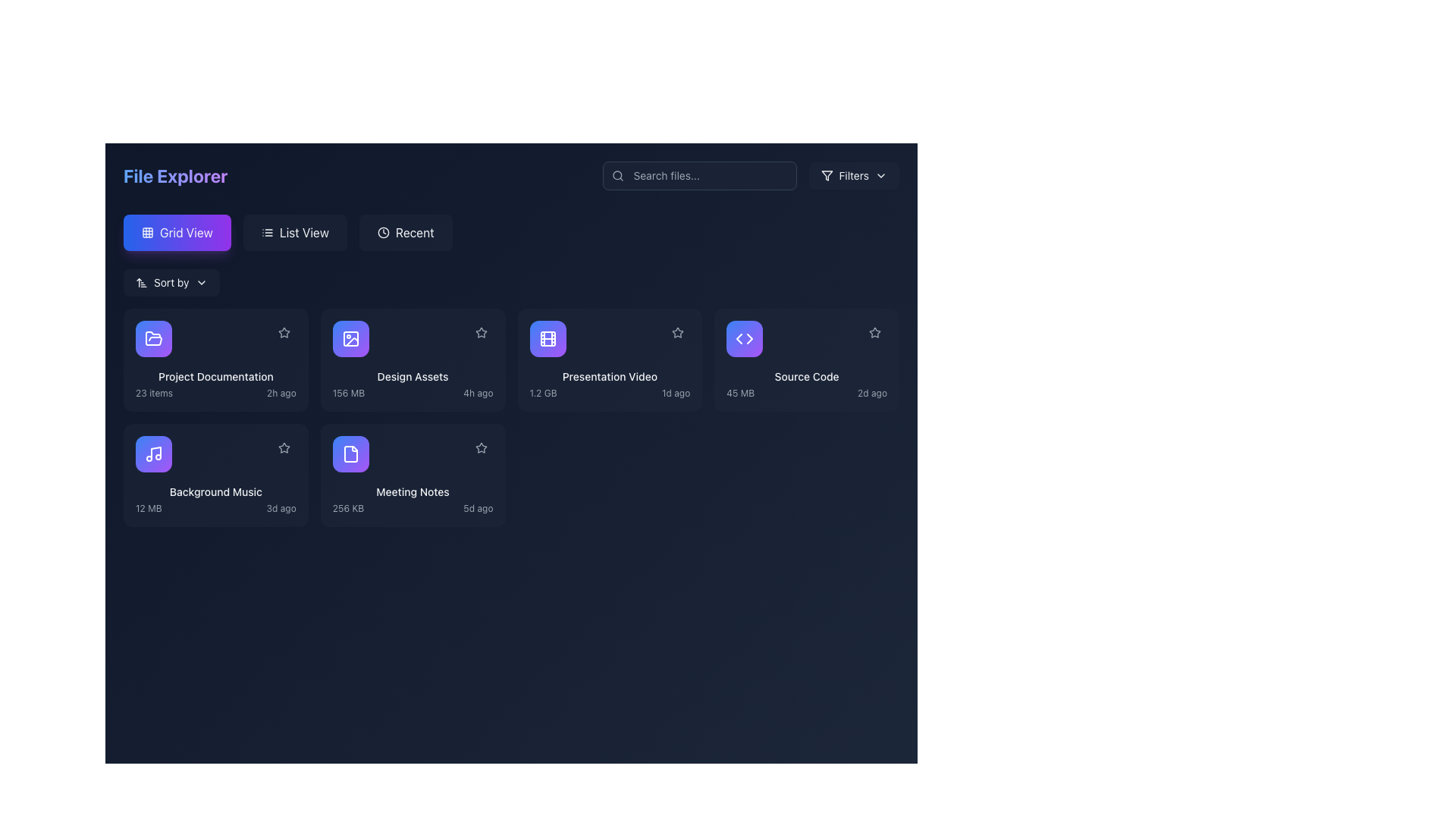 The height and width of the screenshot is (819, 1456). I want to click on text label 'Project Documentation' located within the first card of the grid layout in the file explorer interface, which is styled in a small font and positioned below a folder icon, so click(215, 376).